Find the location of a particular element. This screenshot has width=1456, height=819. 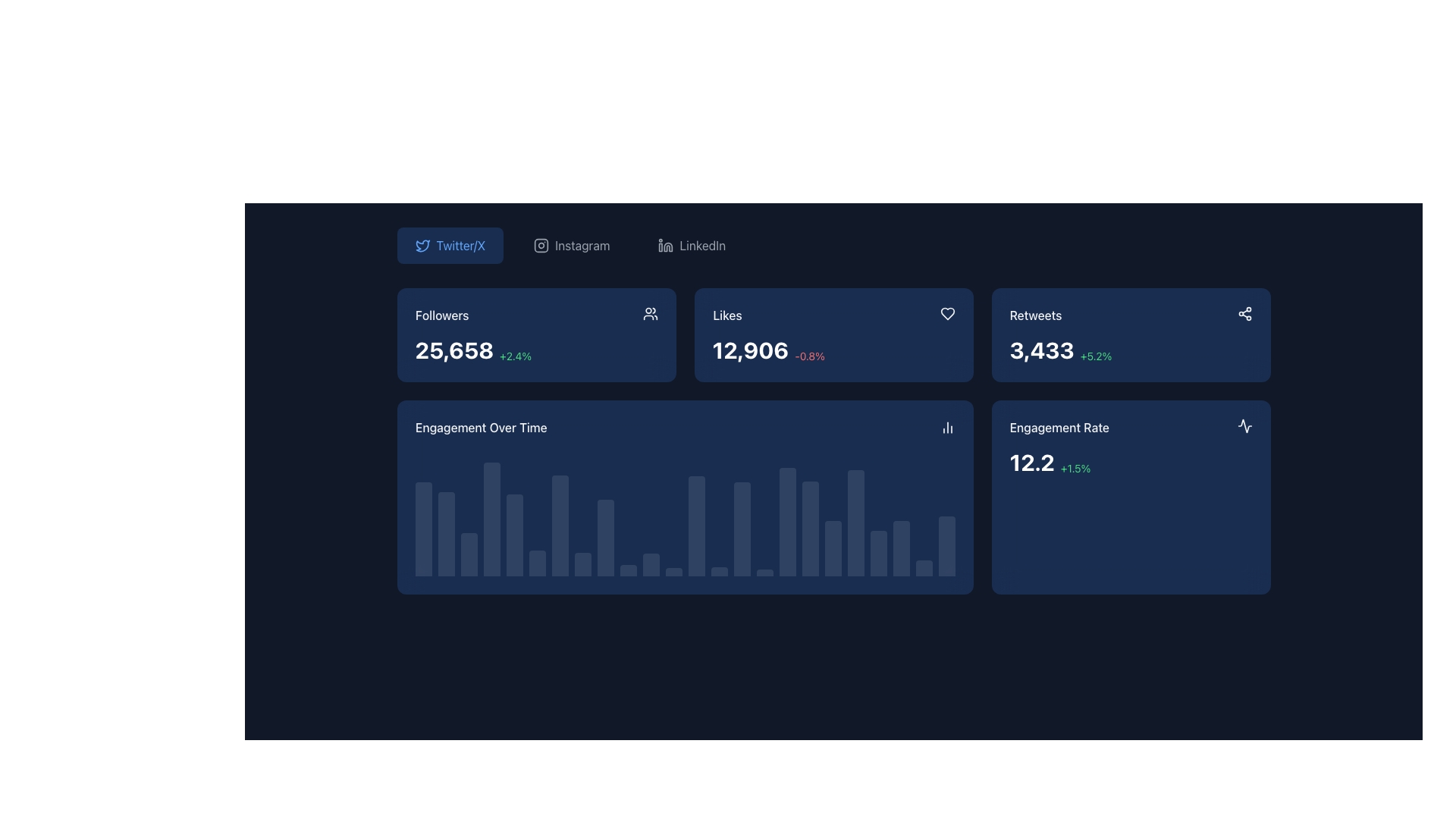

the data point details of the fourth Chart Bar in the 'Engagement Over Time' bar chart is located at coordinates (491, 518).